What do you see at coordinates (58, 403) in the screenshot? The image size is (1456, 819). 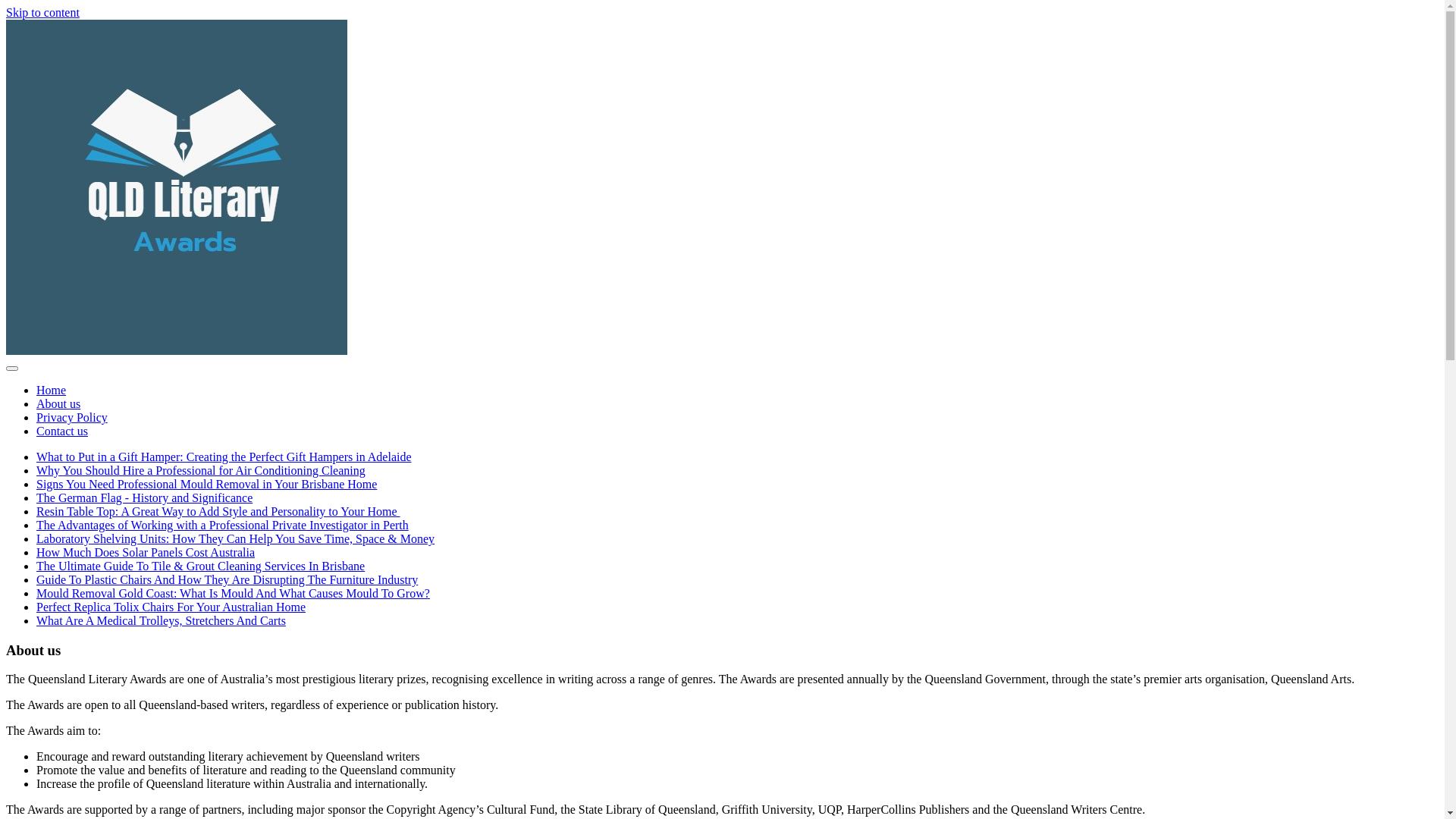 I see `'About us'` at bounding box center [58, 403].